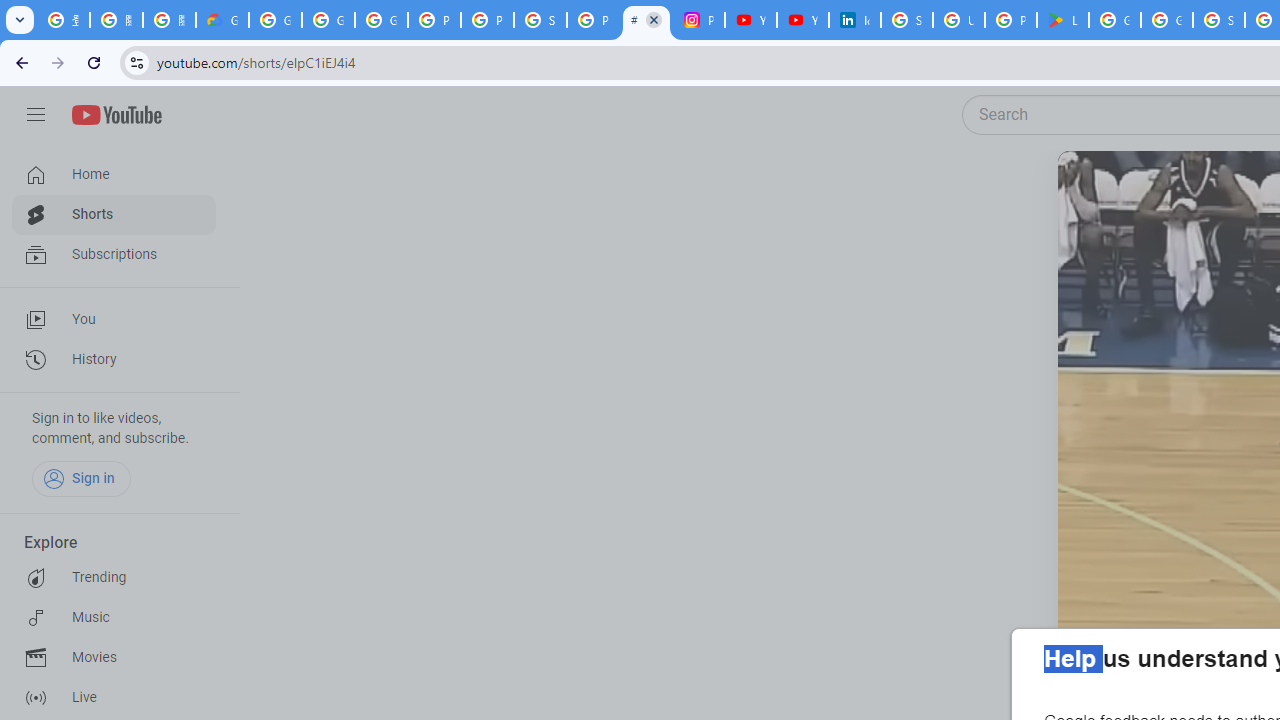 Image resolution: width=1280 pixels, height=720 pixels. I want to click on 'Sign in - Google Accounts', so click(540, 20).